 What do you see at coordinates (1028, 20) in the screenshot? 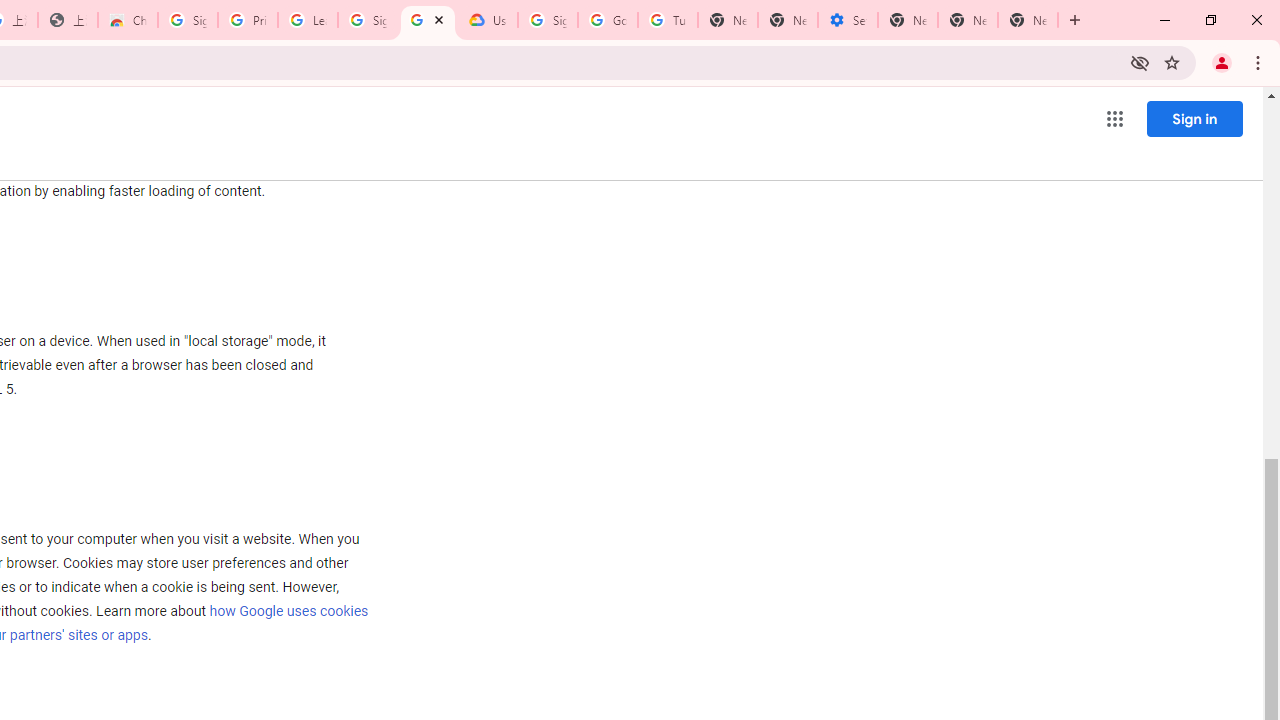
I see `'New Tab'` at bounding box center [1028, 20].